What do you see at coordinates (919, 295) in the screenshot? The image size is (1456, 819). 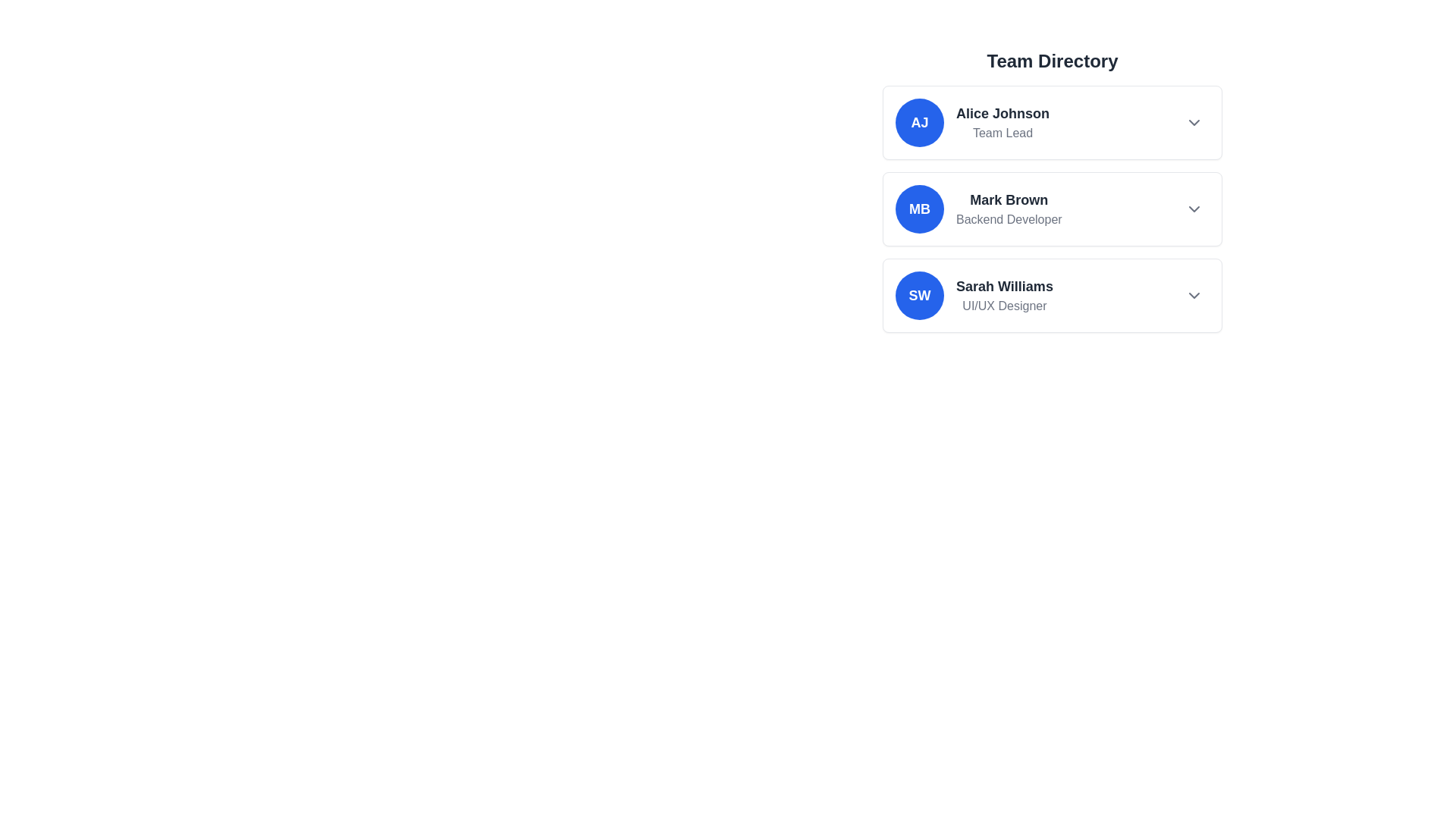 I see `the Avatar Badge displaying 'SW' in white bold text on a blue background, located in the leftmost position of the row labeled 'Sarah Williams, UI/UX Designer'` at bounding box center [919, 295].